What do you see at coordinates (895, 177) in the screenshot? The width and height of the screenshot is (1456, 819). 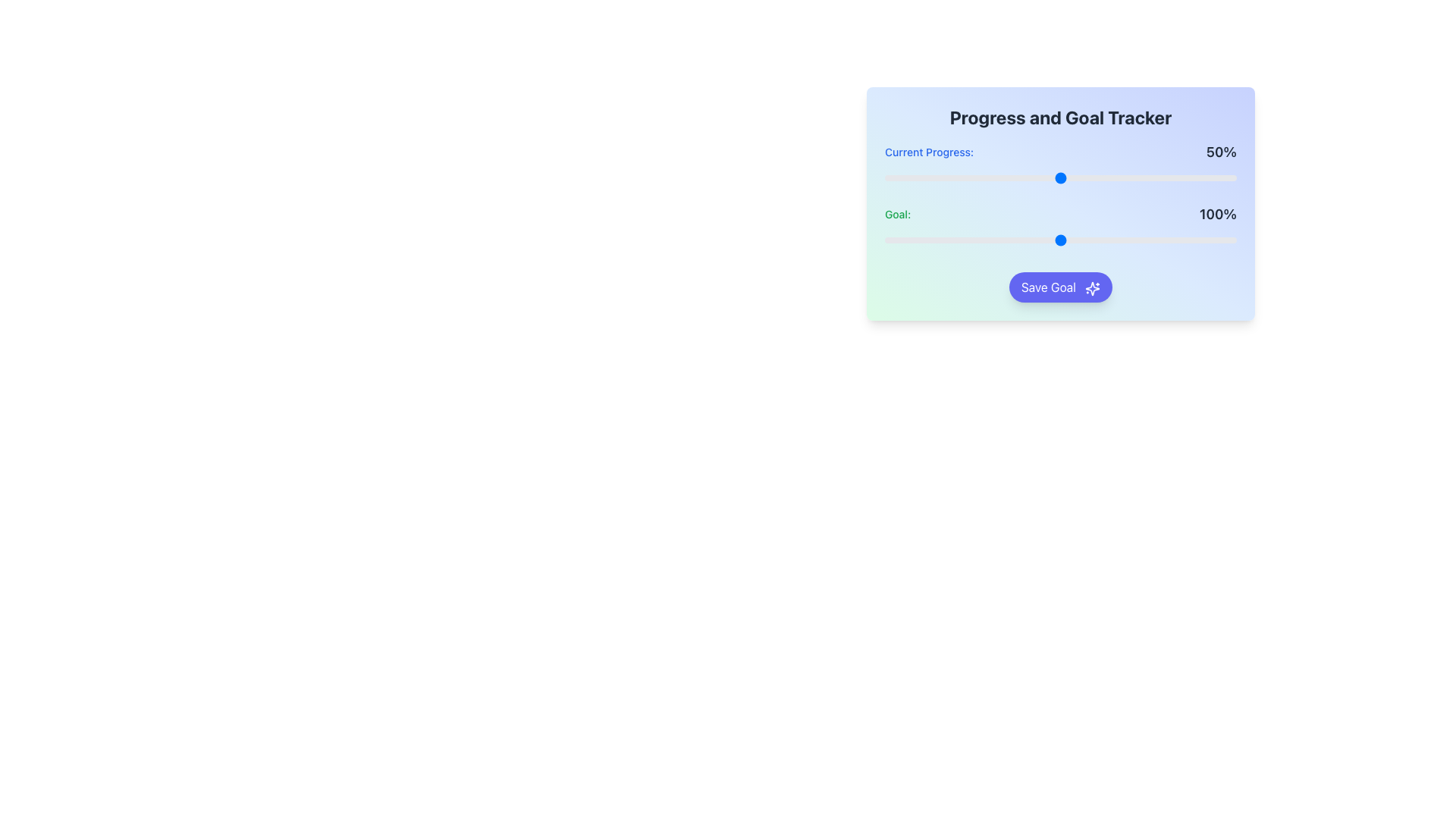 I see `the slider` at bounding box center [895, 177].